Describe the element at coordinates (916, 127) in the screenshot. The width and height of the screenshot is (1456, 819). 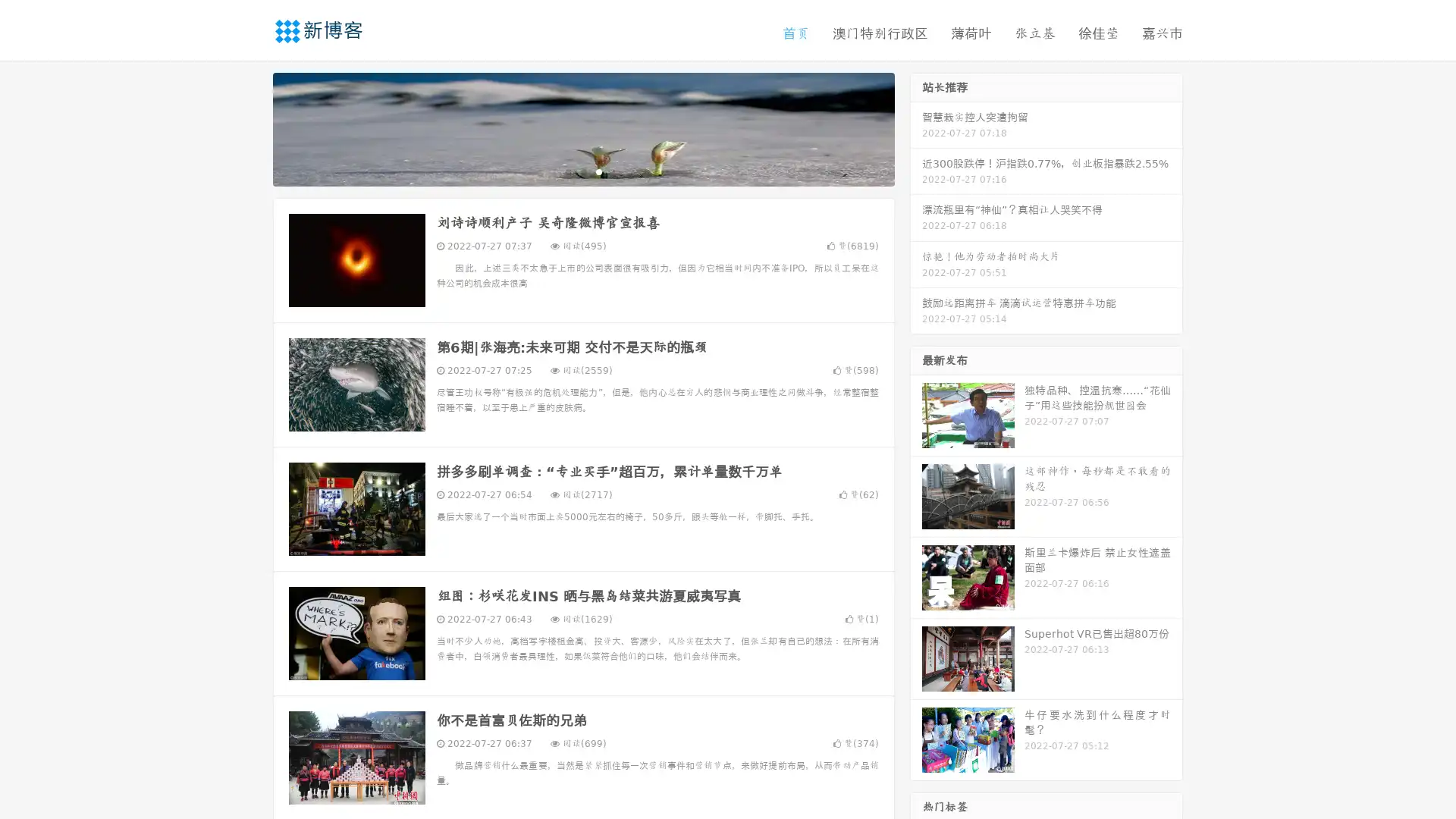
I see `Next slide` at that location.